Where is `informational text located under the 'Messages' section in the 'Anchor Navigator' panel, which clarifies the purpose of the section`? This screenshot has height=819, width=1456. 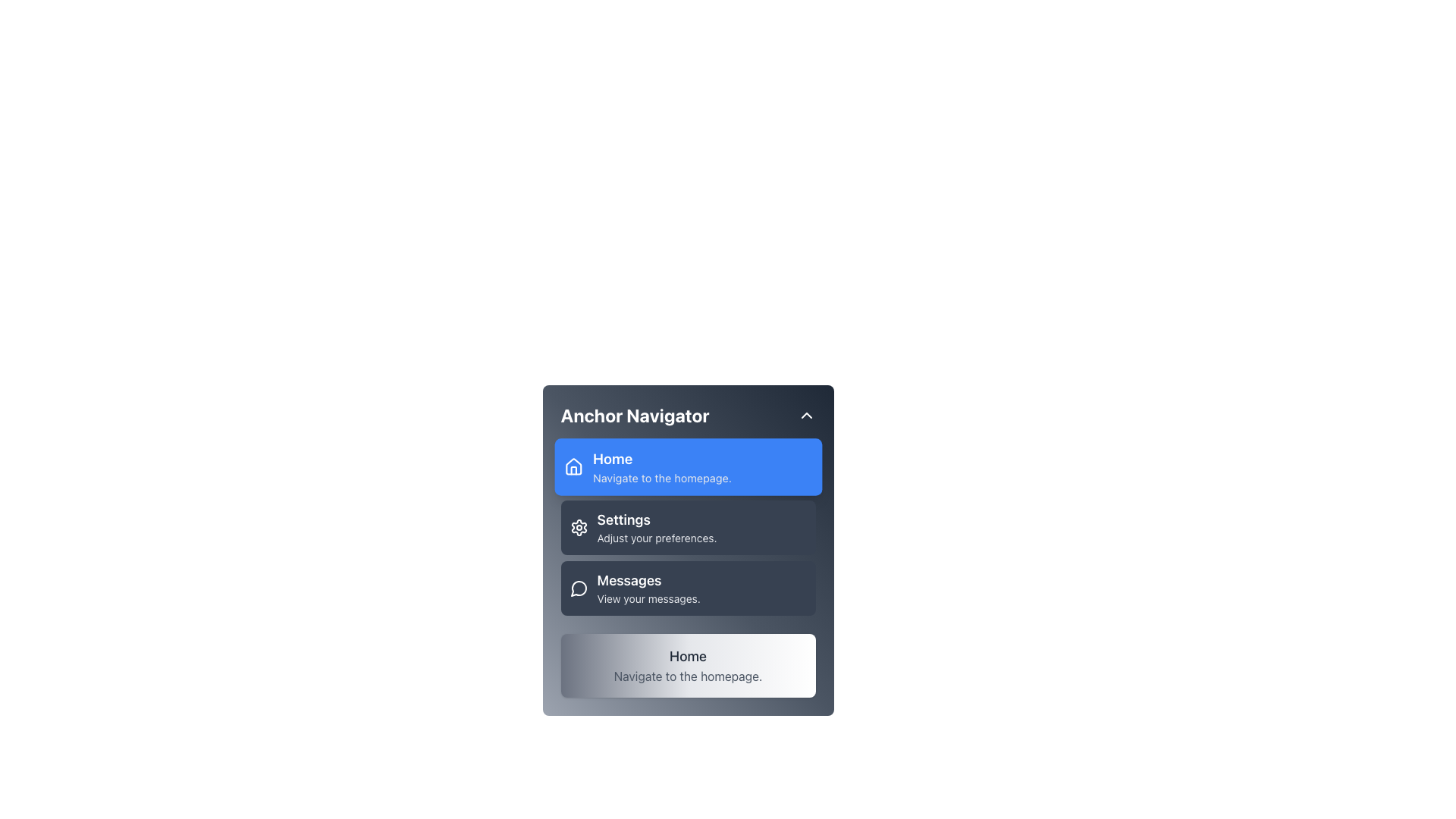 informational text located under the 'Messages' section in the 'Anchor Navigator' panel, which clarifies the purpose of the section is located at coordinates (648, 598).